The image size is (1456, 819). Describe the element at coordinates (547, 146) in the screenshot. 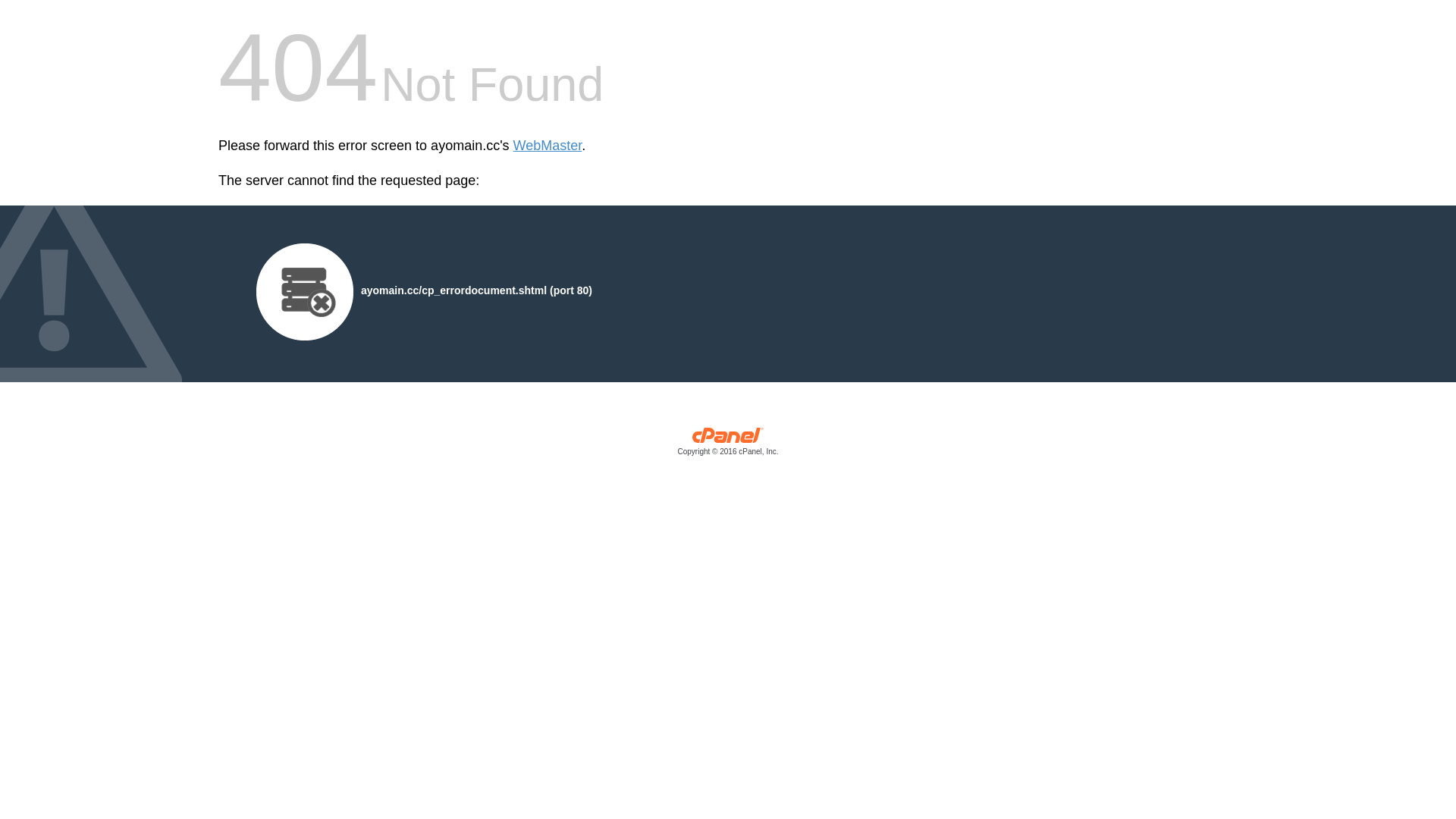

I see `'WebMaster'` at that location.